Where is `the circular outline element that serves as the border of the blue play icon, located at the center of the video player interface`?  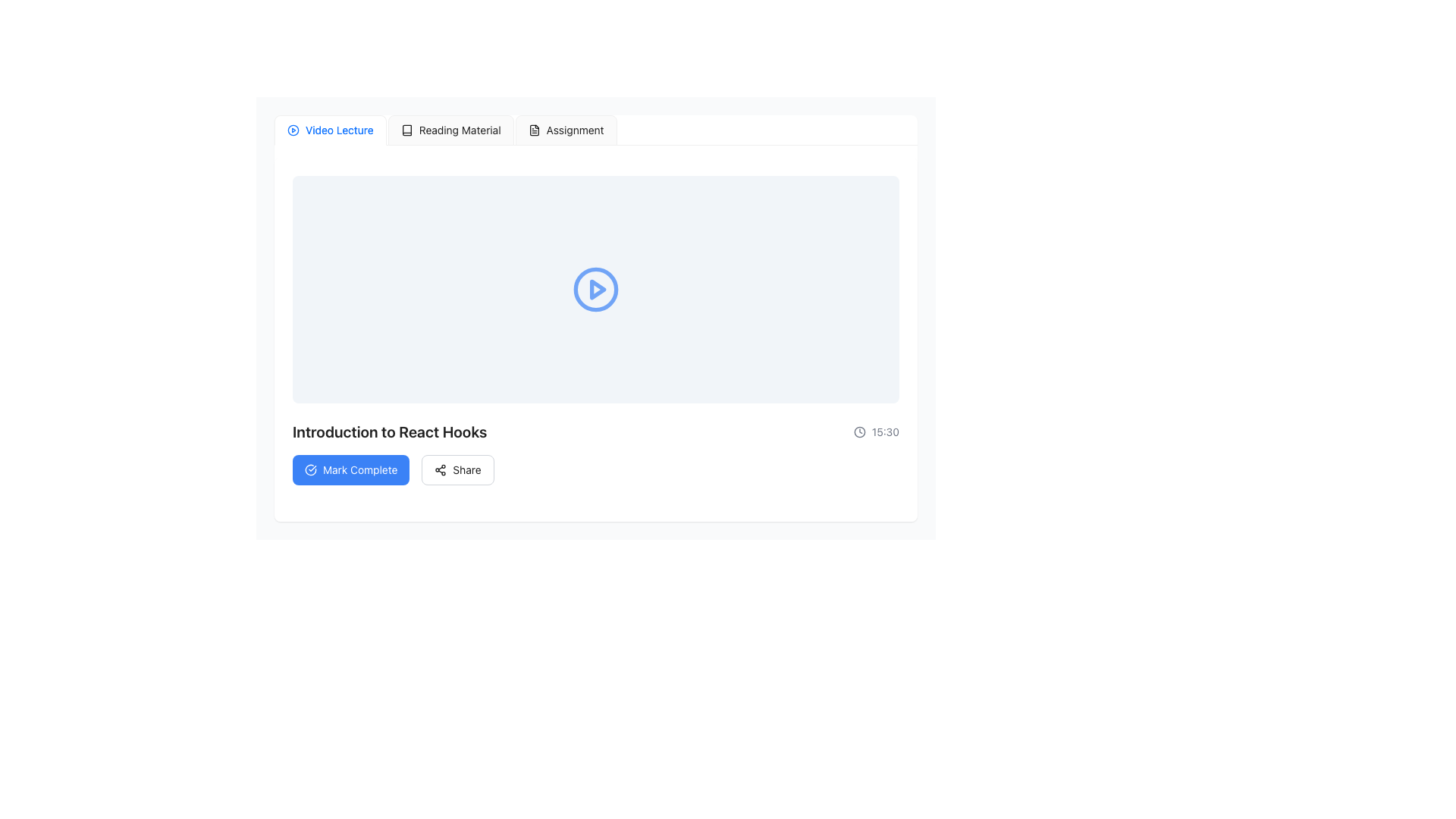
the circular outline element that serves as the border of the blue play icon, located at the center of the video player interface is located at coordinates (595, 289).